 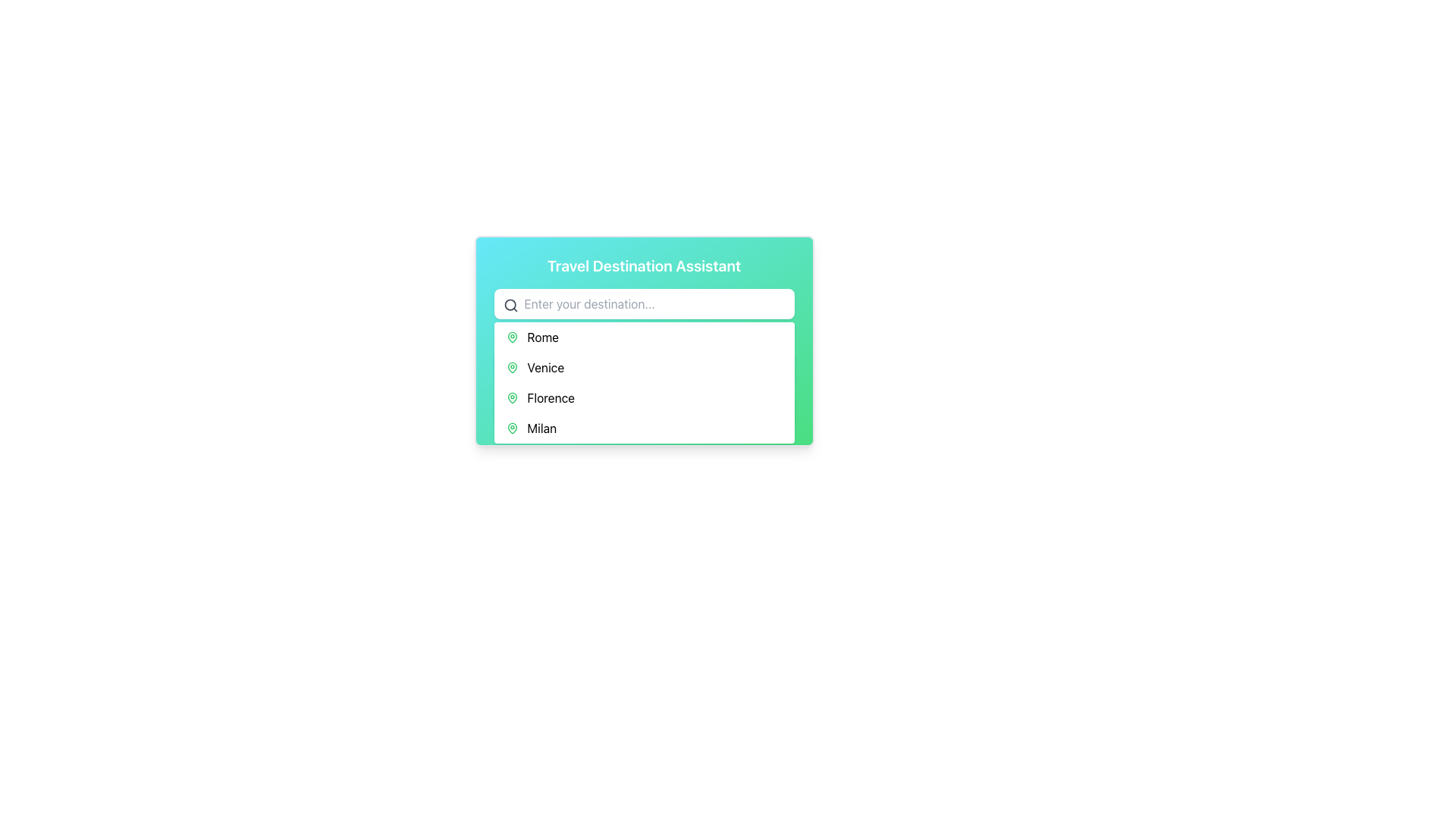 What do you see at coordinates (512, 397) in the screenshot?
I see `the map pin icon associated with the list item labeled 'Florence' in the dropdown menu, which serves as a visual identifier for the selectable option` at bounding box center [512, 397].